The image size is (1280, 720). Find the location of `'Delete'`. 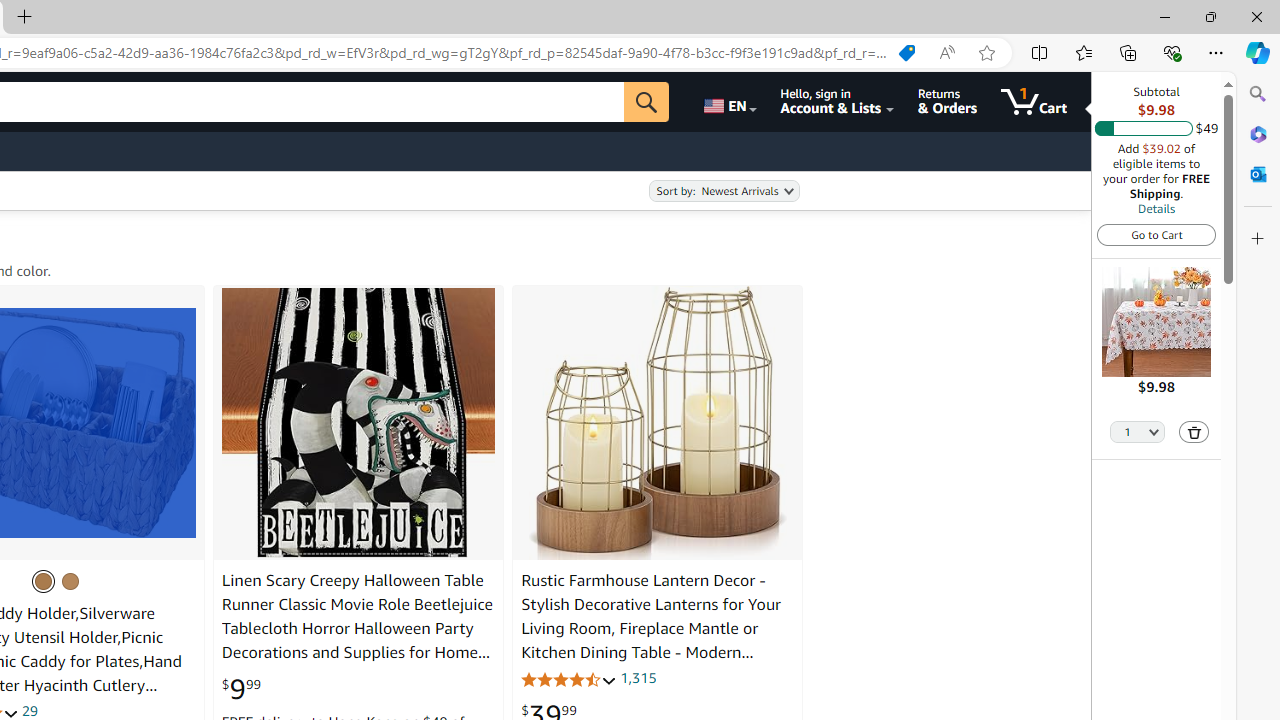

'Delete' is located at coordinates (1194, 431).